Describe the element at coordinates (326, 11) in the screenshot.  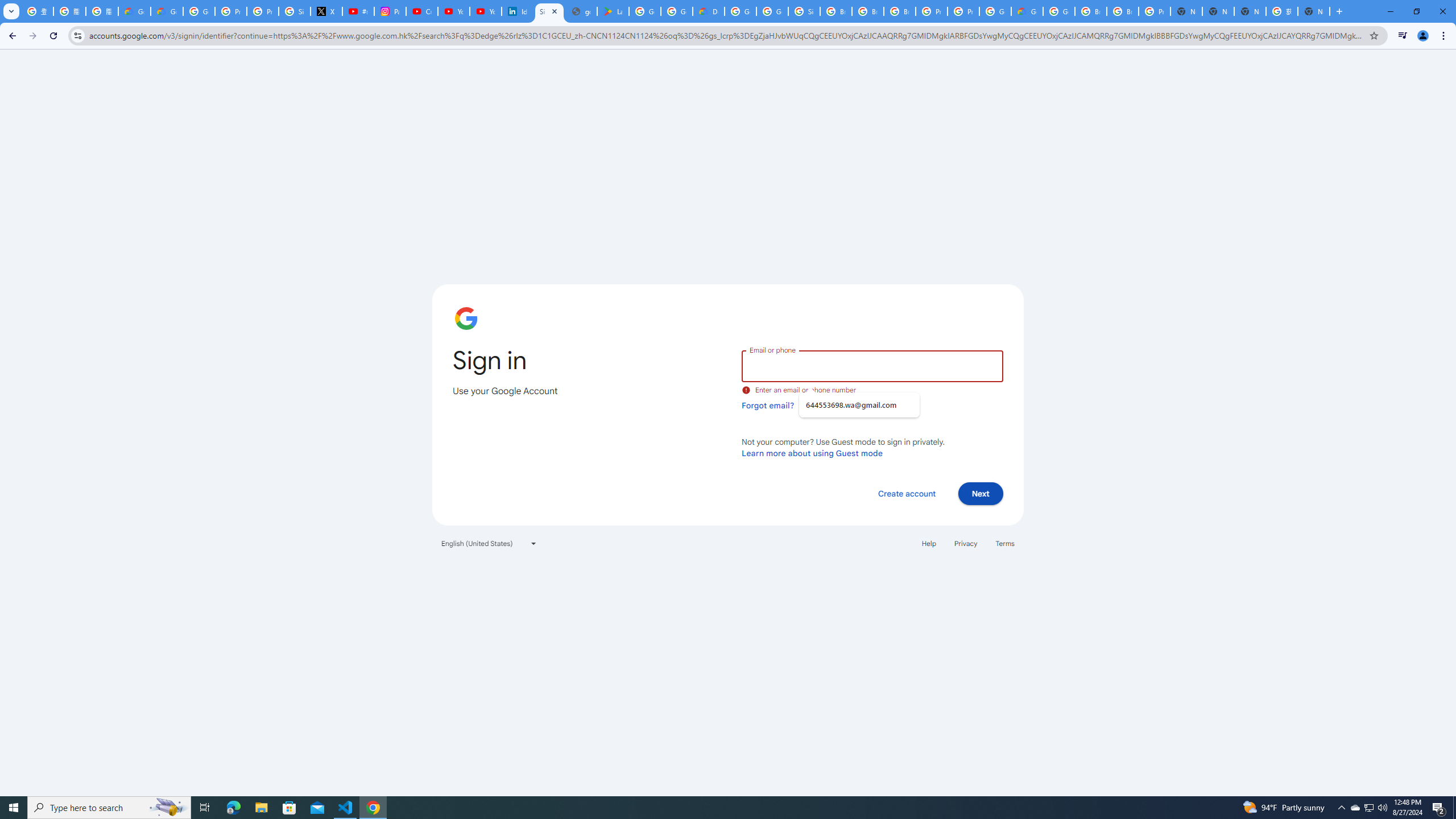
I see `'X'` at that location.